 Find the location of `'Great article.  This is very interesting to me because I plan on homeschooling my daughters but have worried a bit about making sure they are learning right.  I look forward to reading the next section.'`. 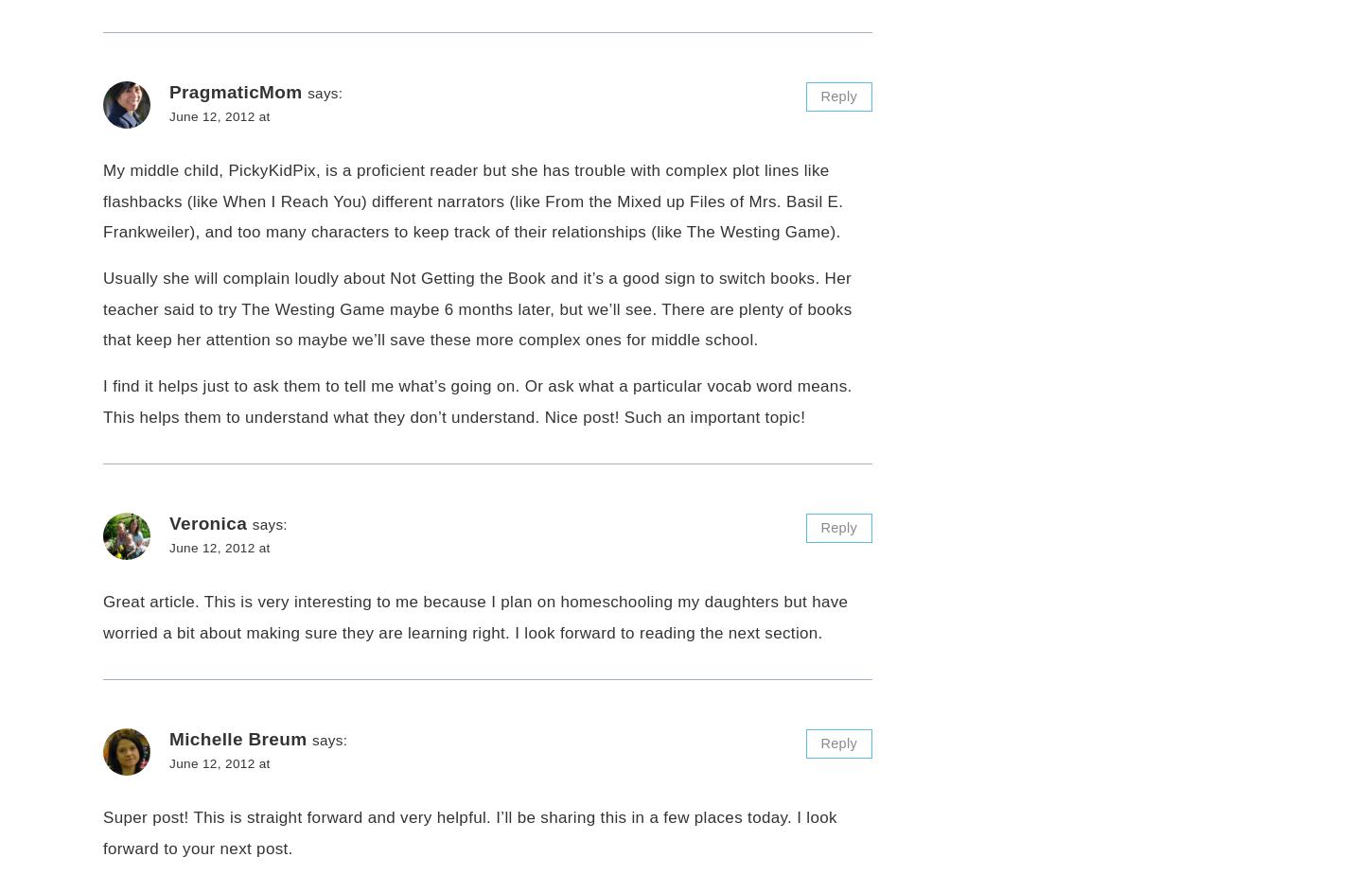

'Great article.  This is very interesting to me because I plan on homeschooling my daughters but have worried a bit about making sure they are learning right.  I look forward to reading the next section.' is located at coordinates (475, 617).